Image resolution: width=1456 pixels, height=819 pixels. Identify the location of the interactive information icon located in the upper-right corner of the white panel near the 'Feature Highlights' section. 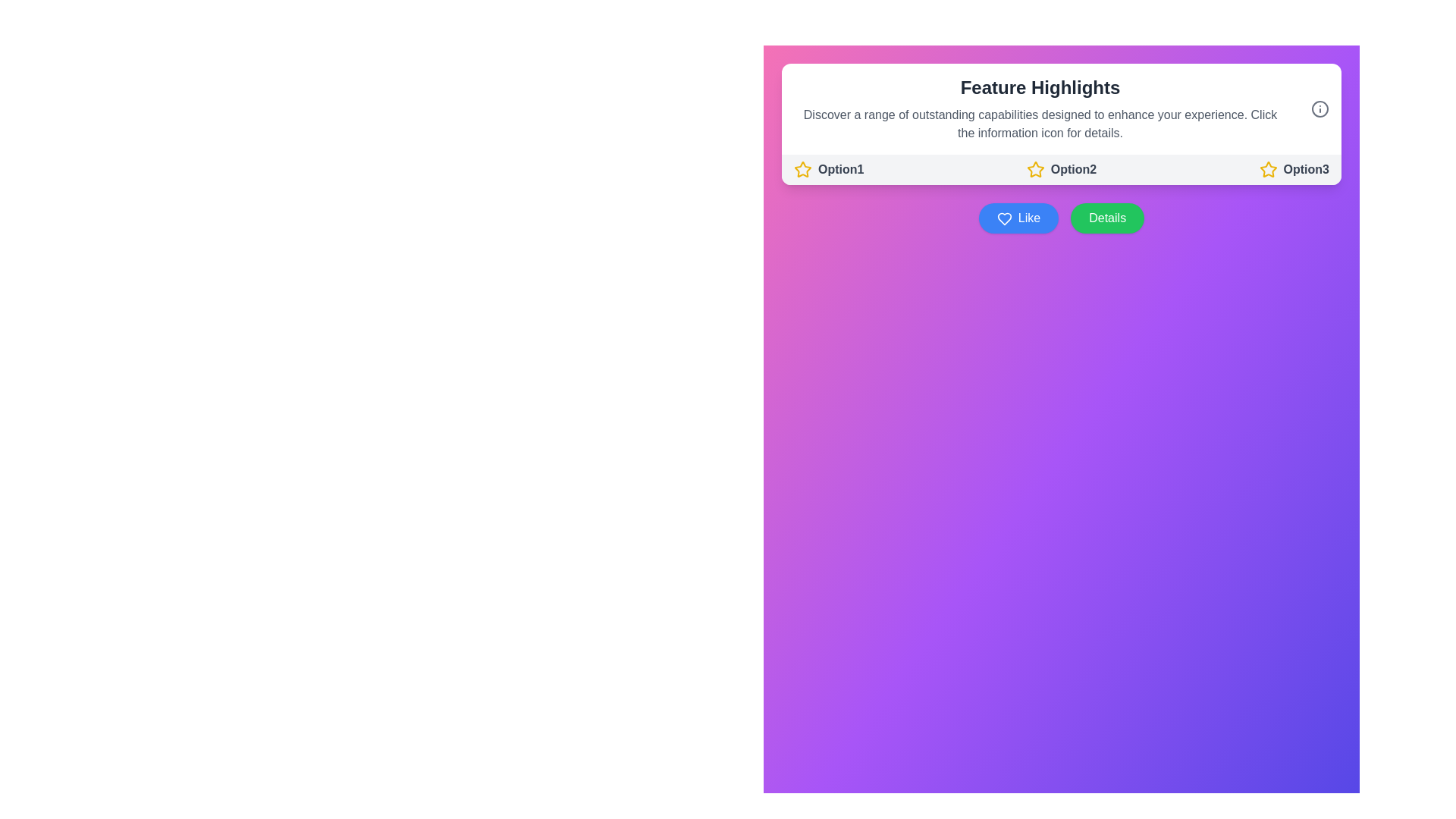
(1319, 108).